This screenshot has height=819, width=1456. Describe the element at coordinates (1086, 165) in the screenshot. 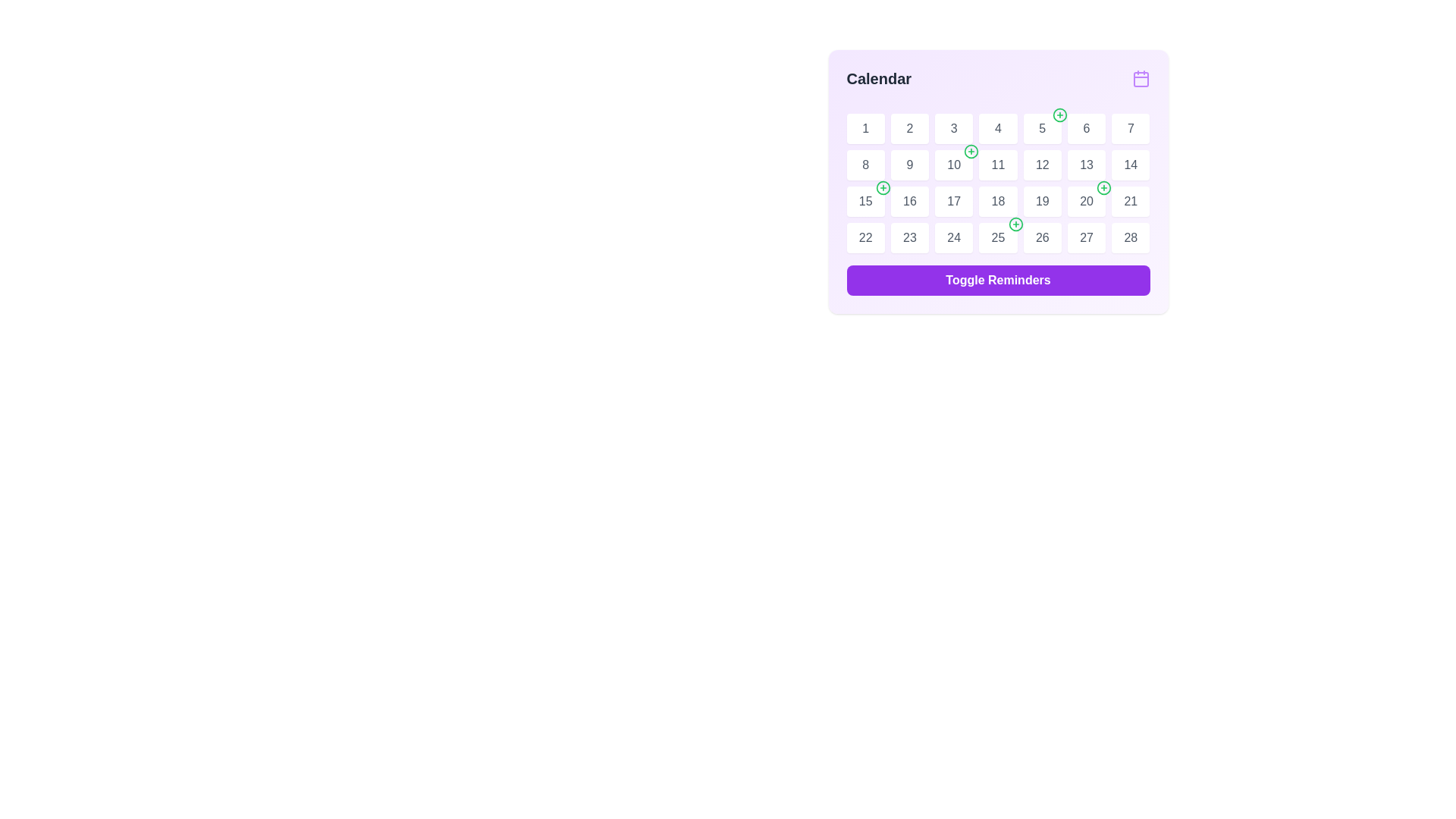

I see `the Calendar day cell containing the number '13', which is a white square with a lightly rounded border and shadow effect, located in the second row, third column of the calendar grid` at that location.